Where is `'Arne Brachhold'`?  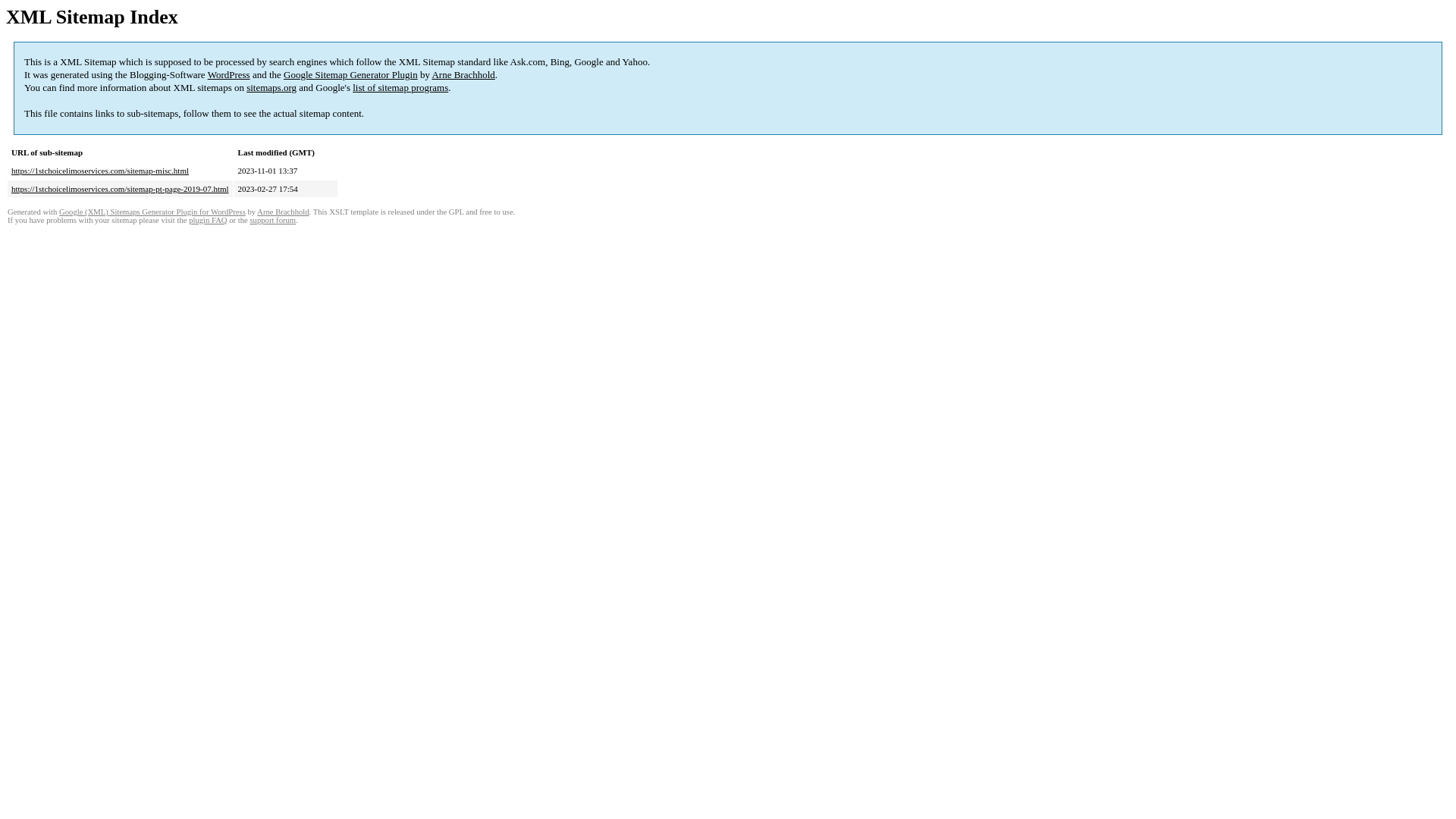 'Arne Brachhold' is located at coordinates (462, 74).